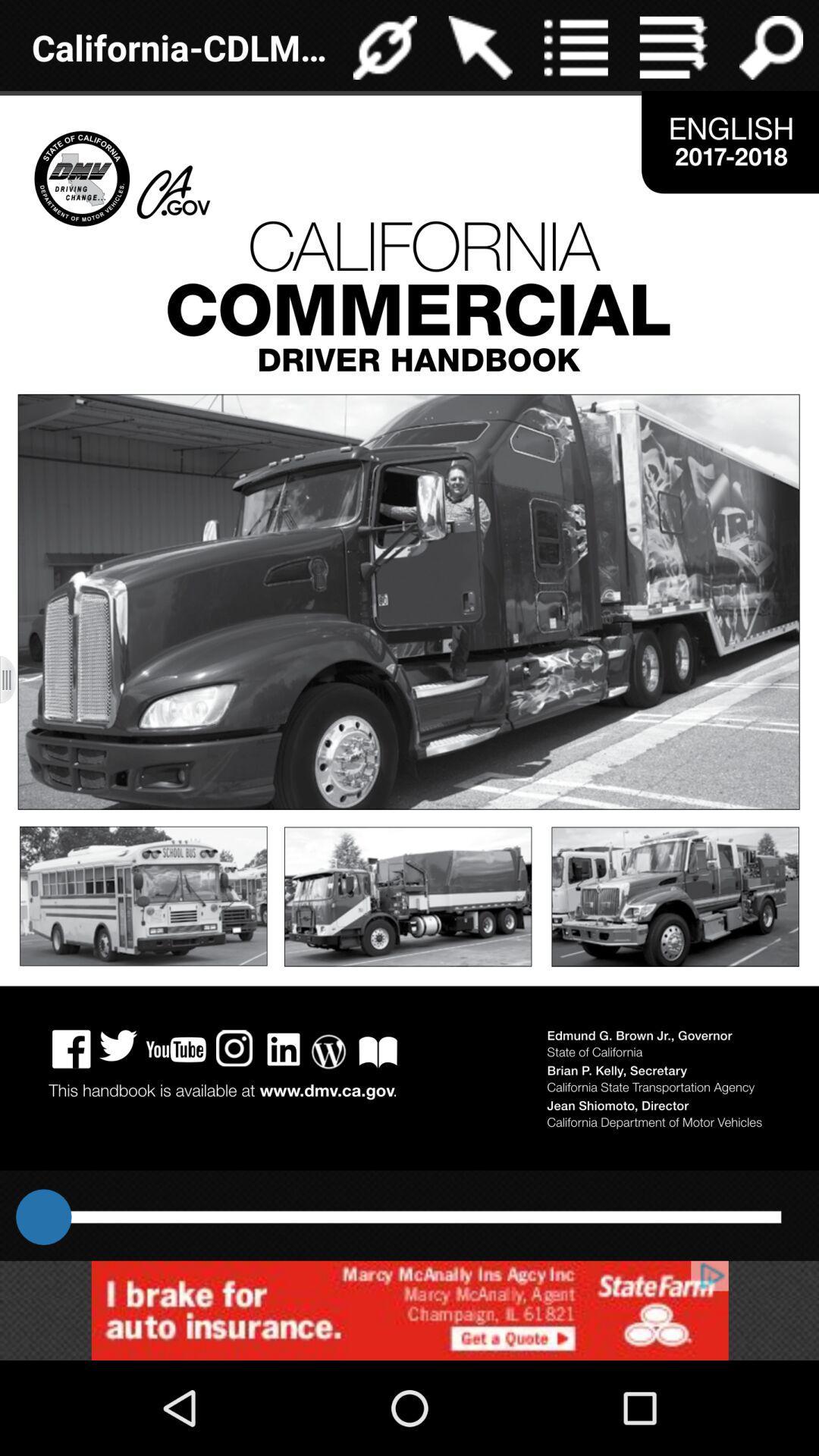 This screenshot has height=1456, width=819. What do you see at coordinates (576, 51) in the screenshot?
I see `the list icon` at bounding box center [576, 51].